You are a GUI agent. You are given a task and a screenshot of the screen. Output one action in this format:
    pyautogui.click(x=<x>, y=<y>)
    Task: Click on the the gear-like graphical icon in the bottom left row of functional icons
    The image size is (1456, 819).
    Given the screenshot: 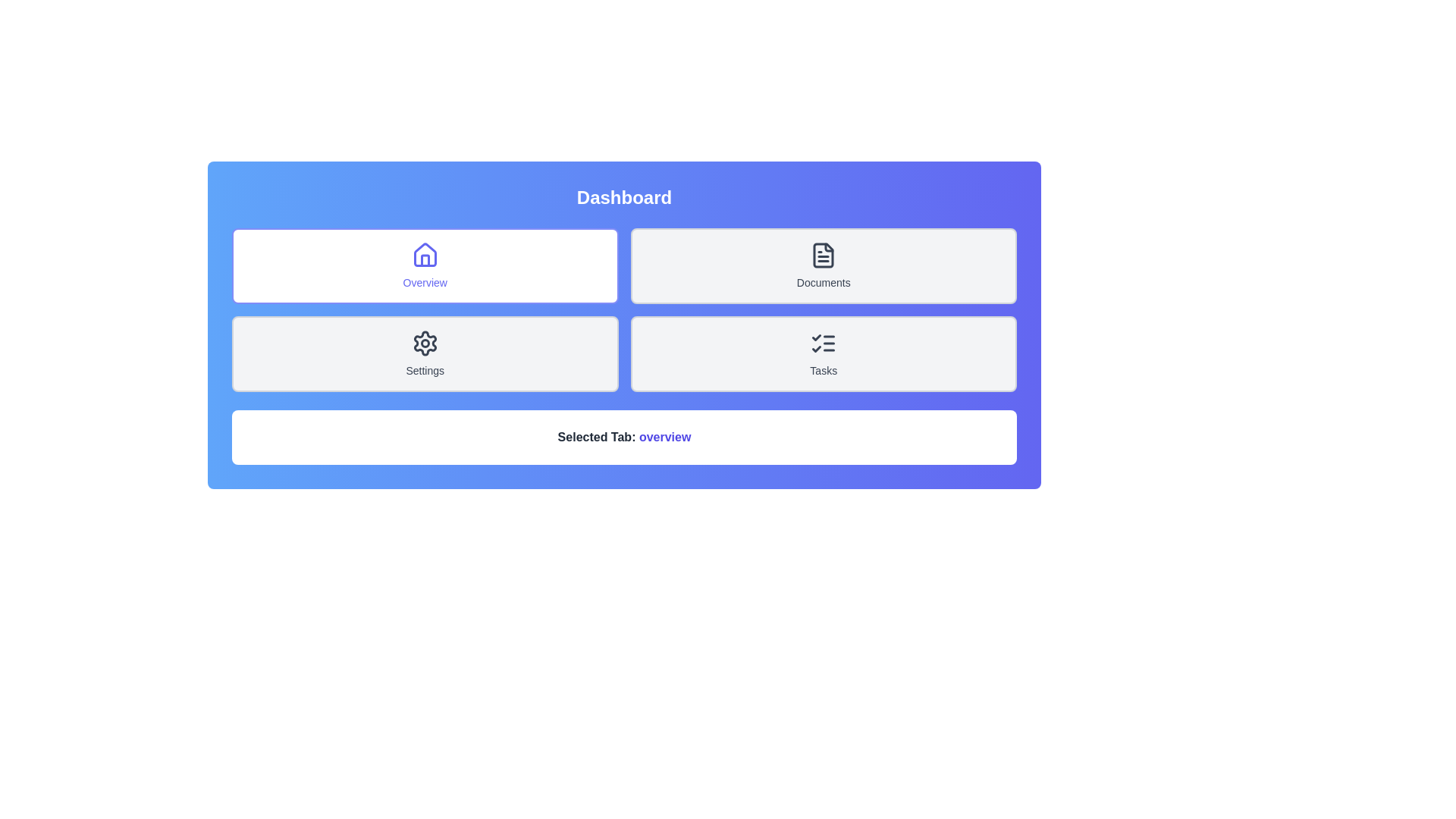 What is the action you would take?
    pyautogui.click(x=425, y=343)
    